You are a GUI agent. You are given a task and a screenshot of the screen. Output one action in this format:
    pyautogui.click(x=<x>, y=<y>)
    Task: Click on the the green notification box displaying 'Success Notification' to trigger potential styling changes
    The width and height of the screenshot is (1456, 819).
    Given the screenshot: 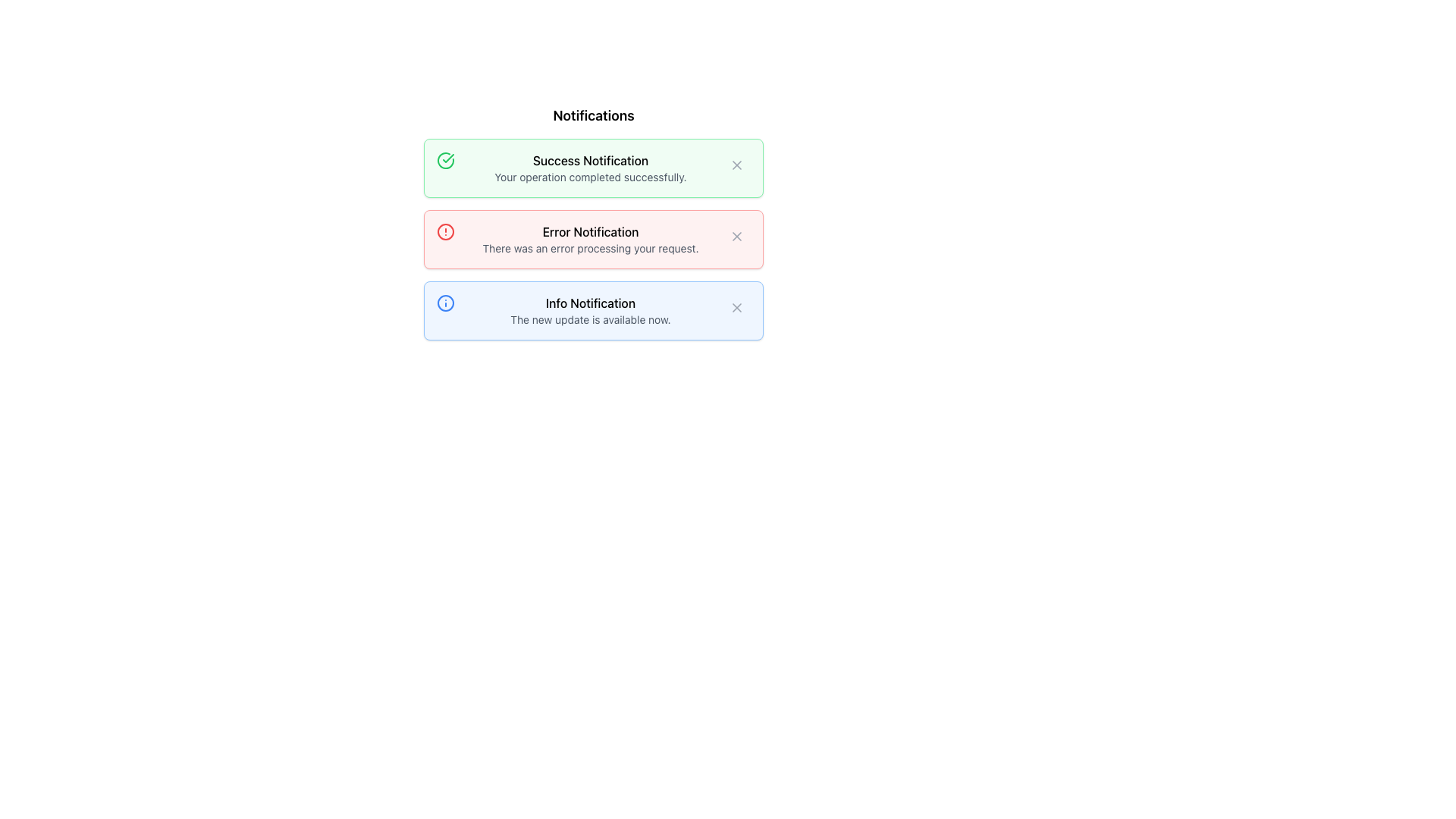 What is the action you would take?
    pyautogui.click(x=592, y=168)
    